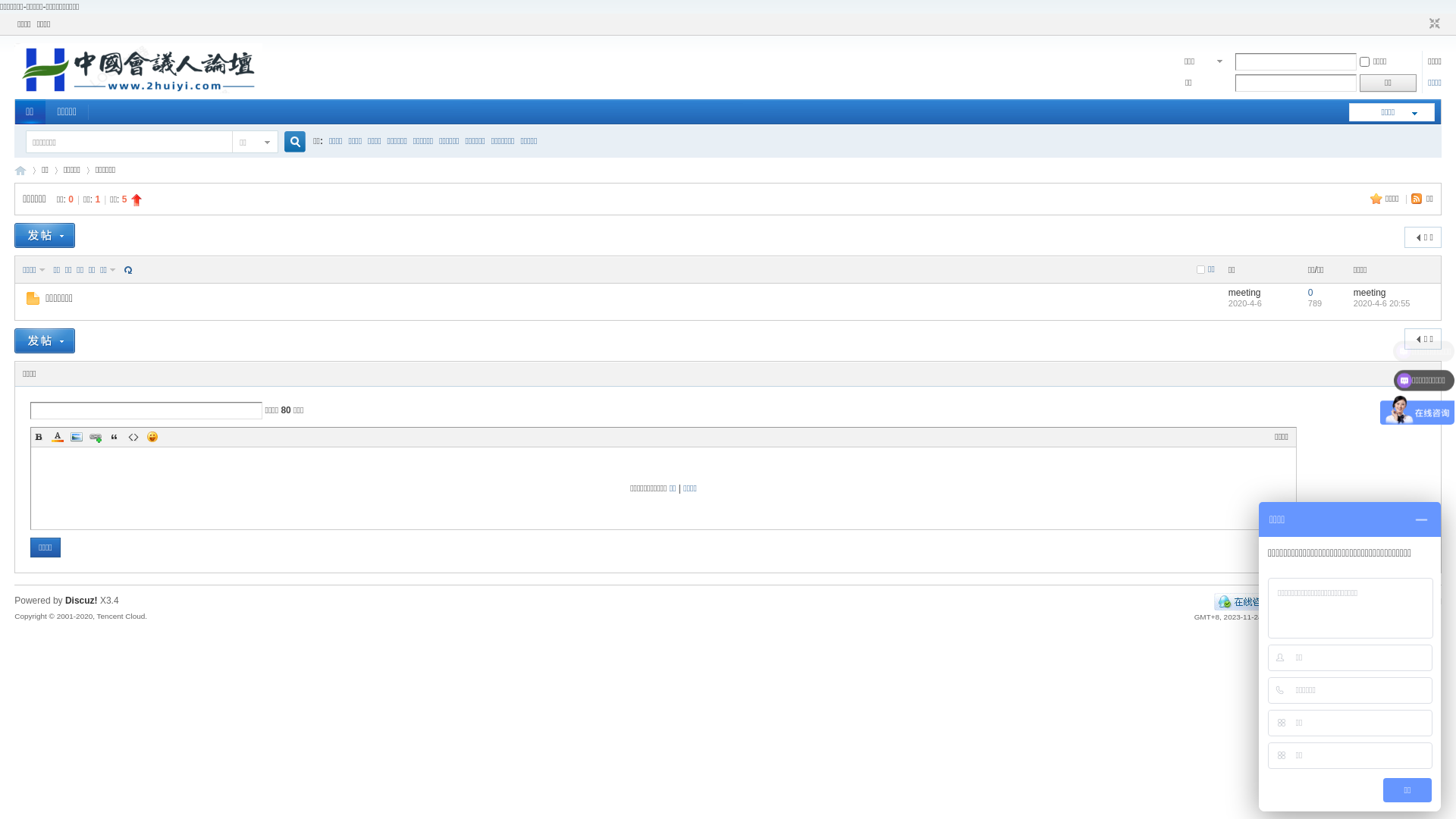  What do you see at coordinates (80, 599) in the screenshot?
I see `'Discuz!'` at bounding box center [80, 599].